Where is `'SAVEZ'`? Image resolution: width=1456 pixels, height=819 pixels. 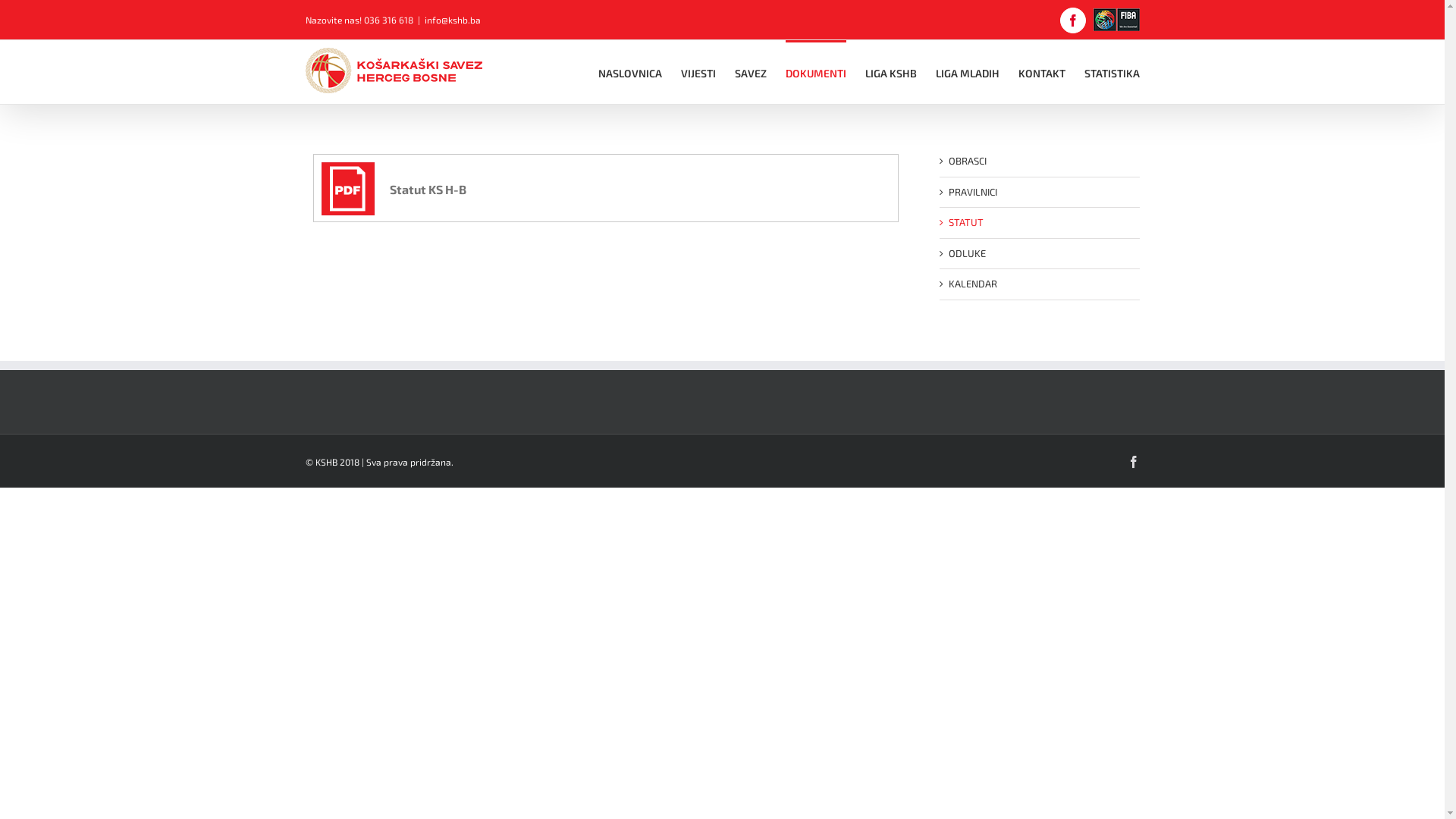 'SAVEZ' is located at coordinates (734, 72).